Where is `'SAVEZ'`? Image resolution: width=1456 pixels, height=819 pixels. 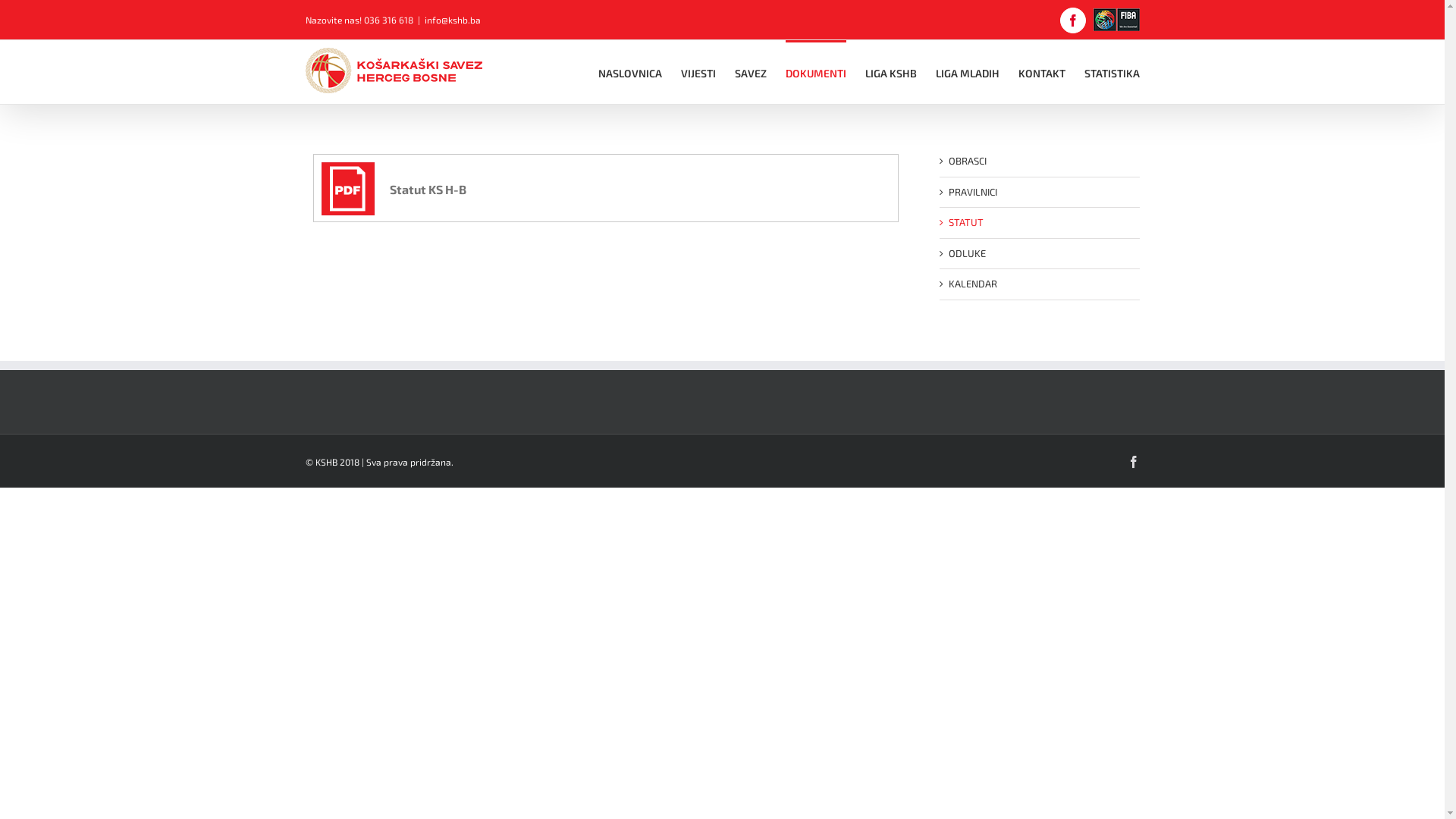 'SAVEZ' is located at coordinates (734, 72).